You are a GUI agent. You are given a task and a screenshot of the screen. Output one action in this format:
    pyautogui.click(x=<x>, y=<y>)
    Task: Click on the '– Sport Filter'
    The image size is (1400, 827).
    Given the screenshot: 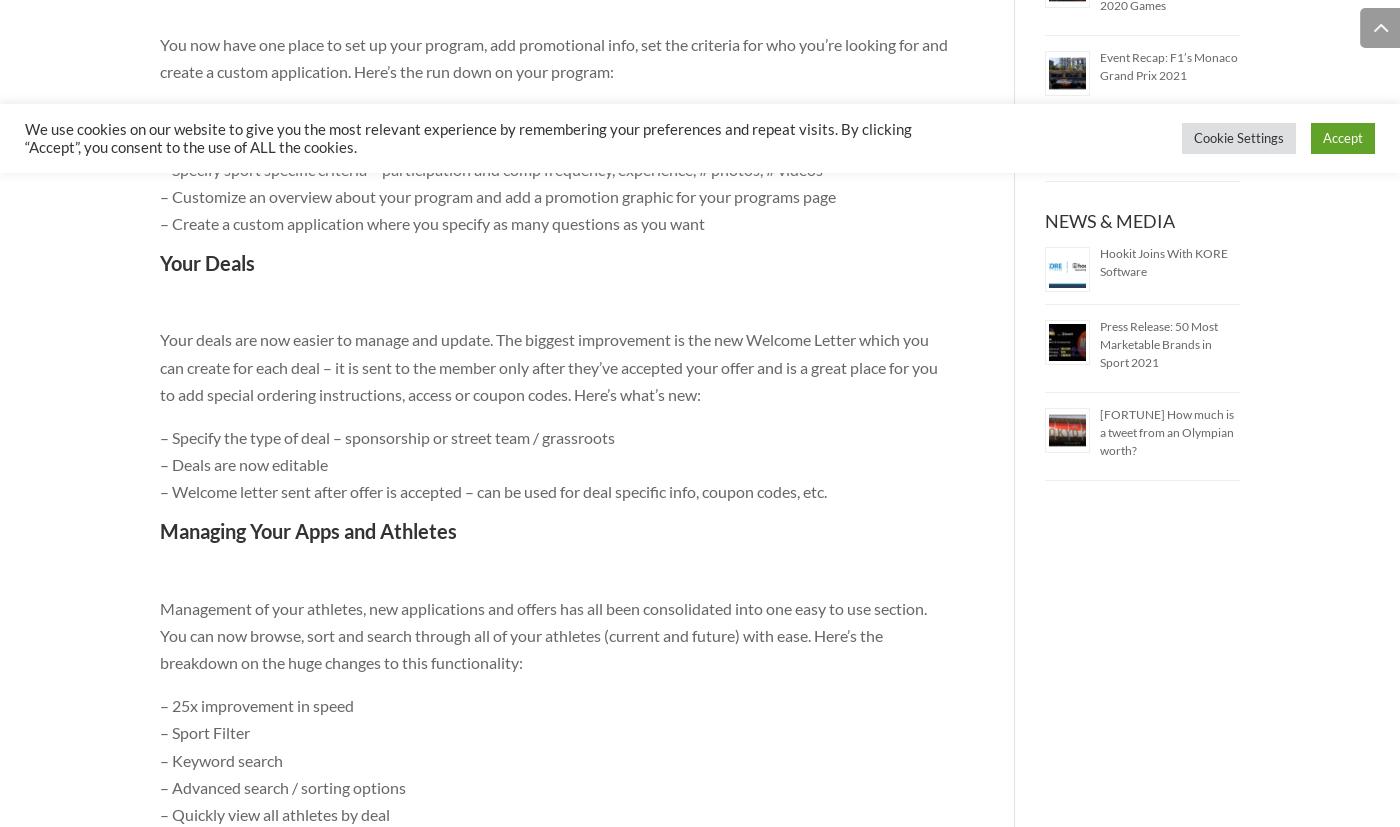 What is the action you would take?
    pyautogui.click(x=204, y=732)
    